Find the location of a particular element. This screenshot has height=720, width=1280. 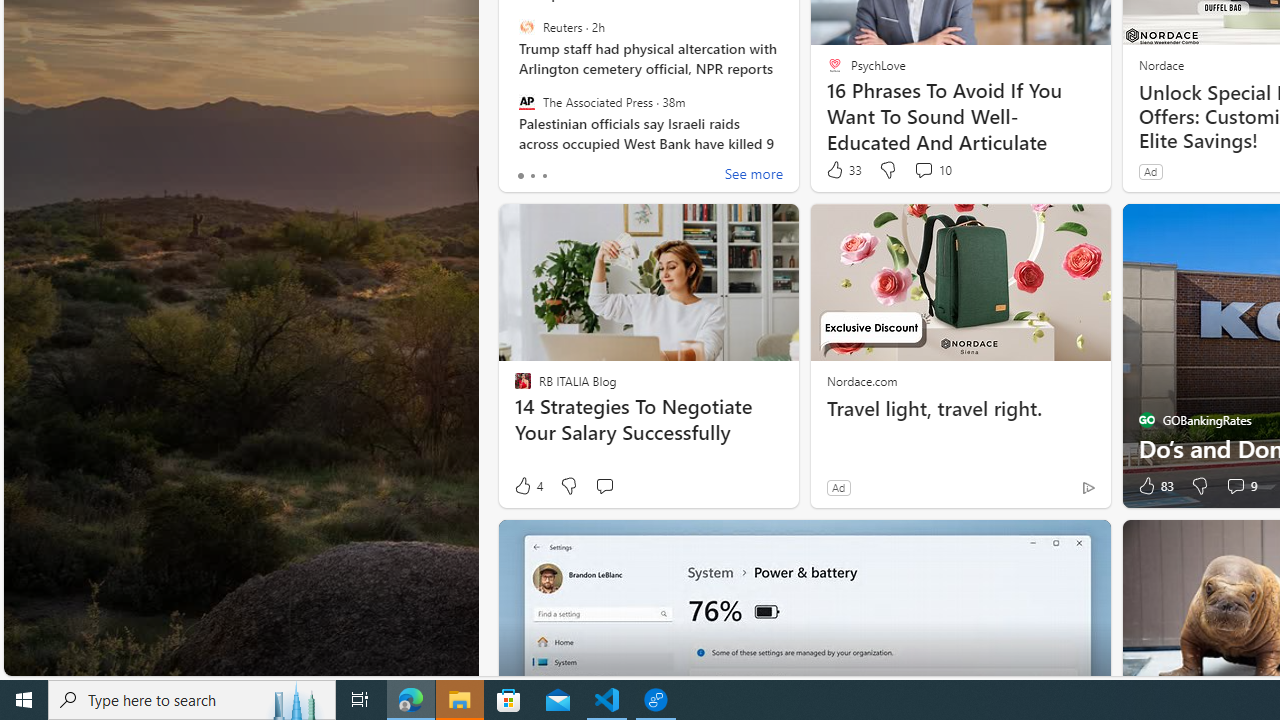

'Dislike' is located at coordinates (1200, 486).